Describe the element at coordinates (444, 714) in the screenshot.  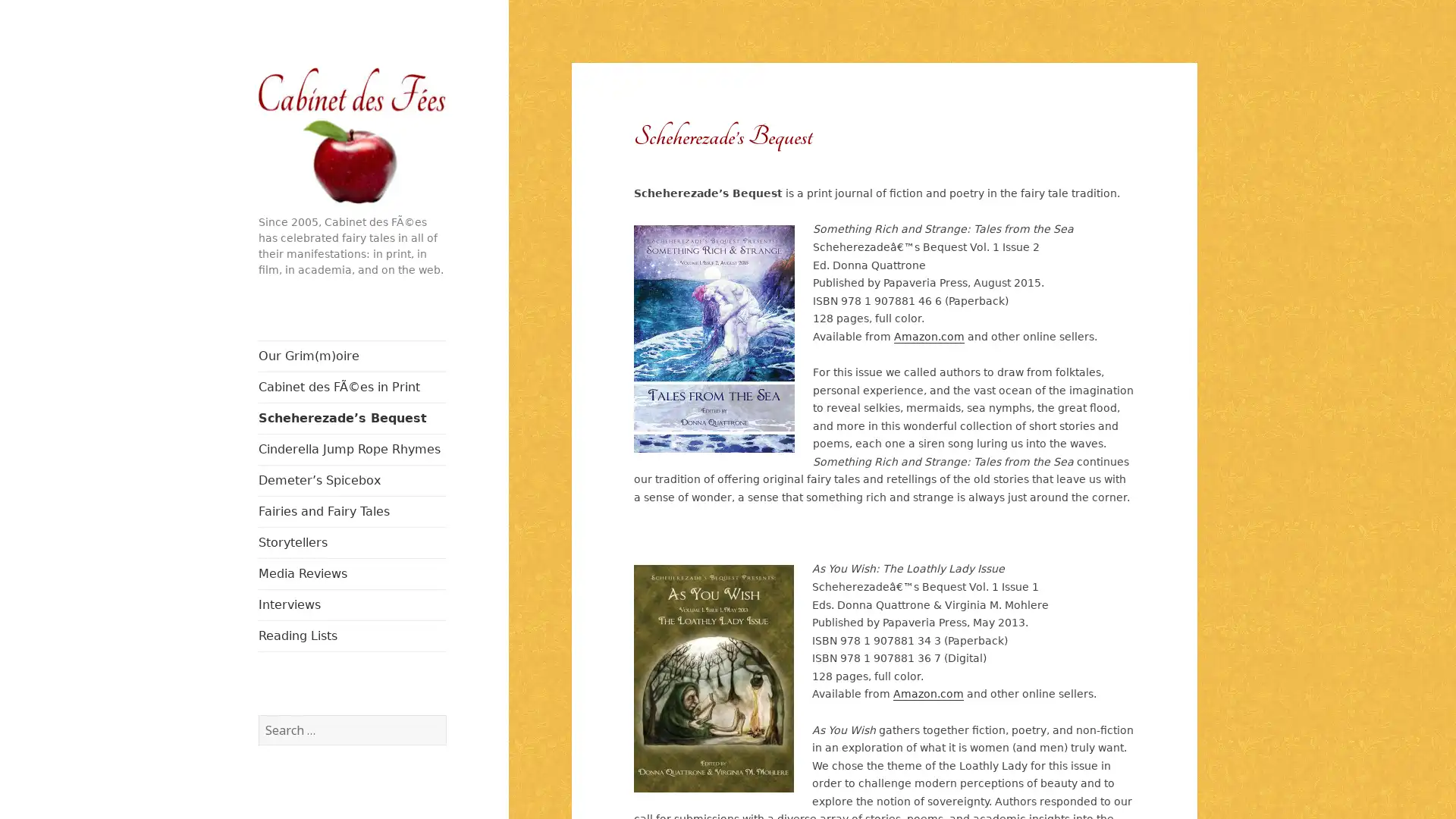
I see `Search` at that location.